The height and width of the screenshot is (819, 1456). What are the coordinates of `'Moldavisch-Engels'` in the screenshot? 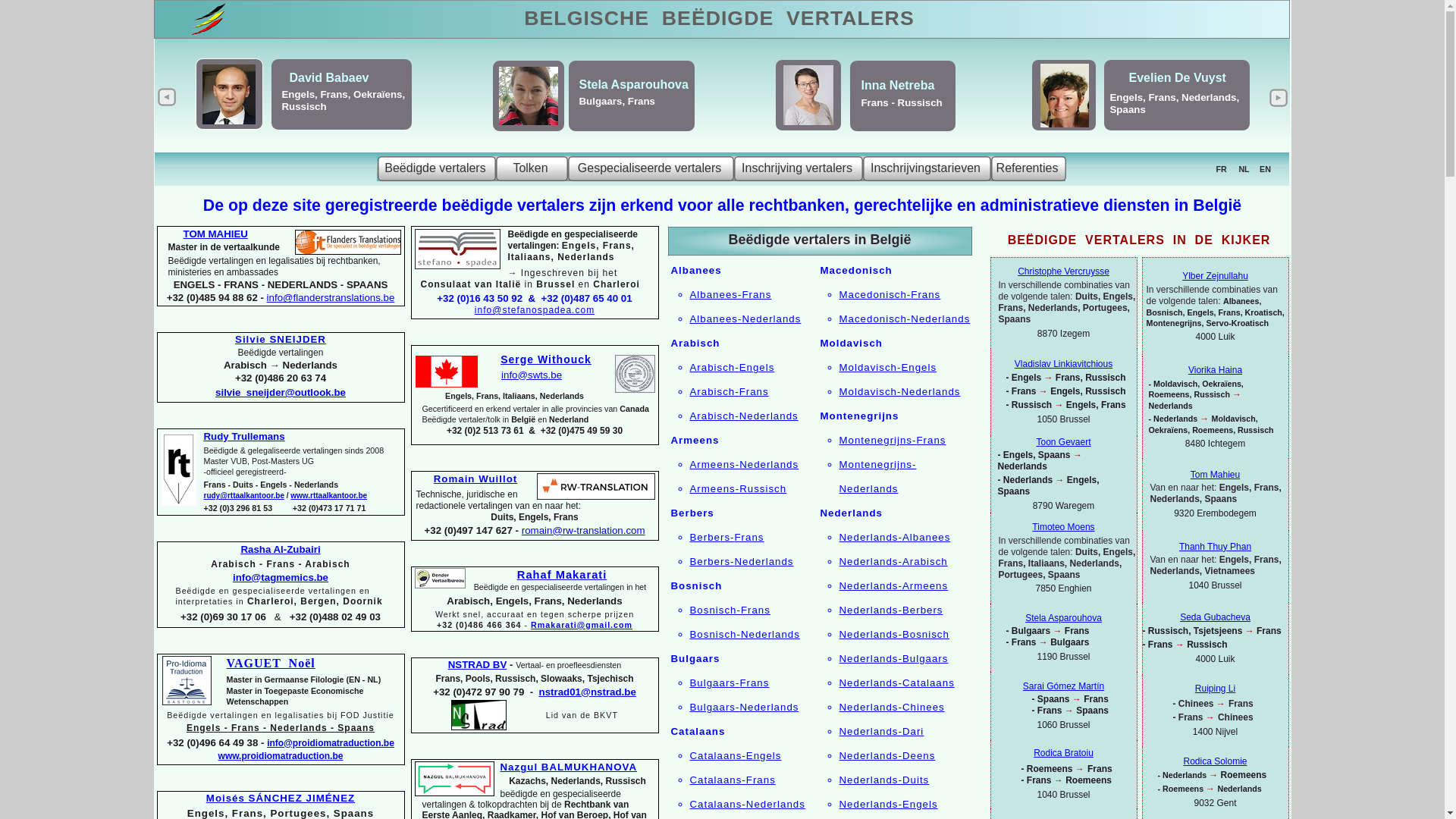 It's located at (887, 367).